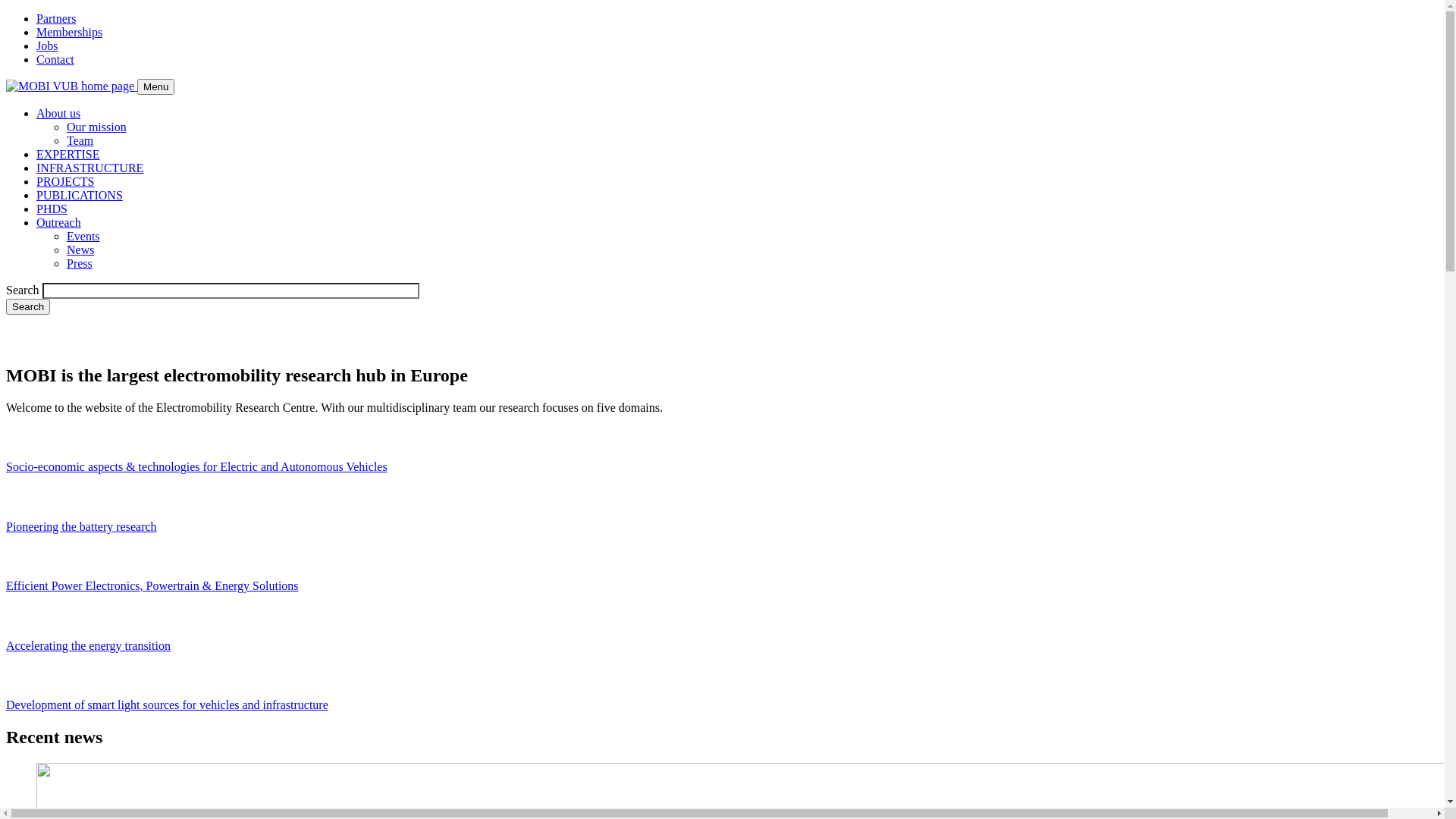 The height and width of the screenshot is (819, 1456). What do you see at coordinates (68, 32) in the screenshot?
I see `'Memberships'` at bounding box center [68, 32].